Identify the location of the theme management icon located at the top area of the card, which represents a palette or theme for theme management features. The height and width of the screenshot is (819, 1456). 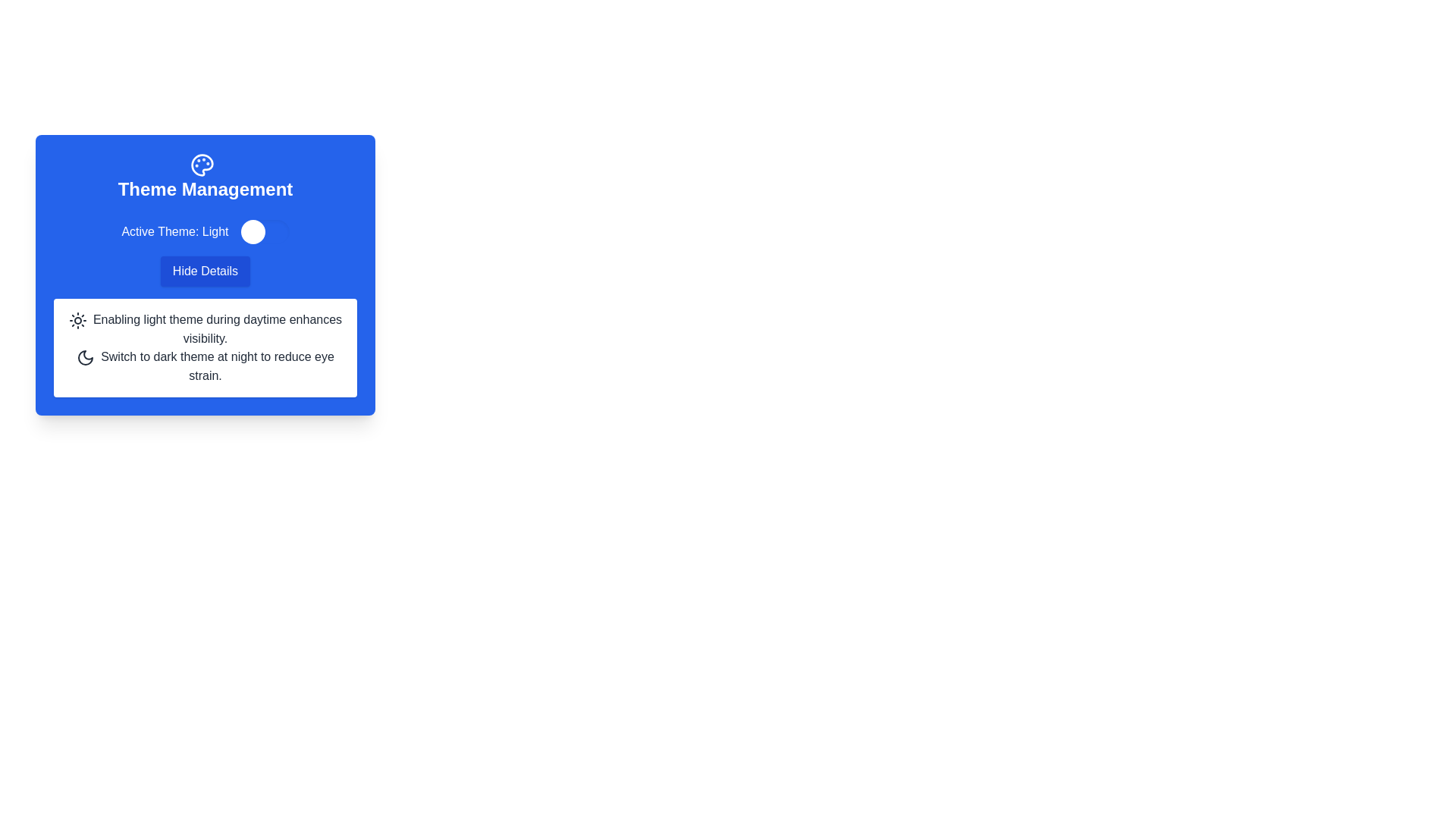
(202, 165).